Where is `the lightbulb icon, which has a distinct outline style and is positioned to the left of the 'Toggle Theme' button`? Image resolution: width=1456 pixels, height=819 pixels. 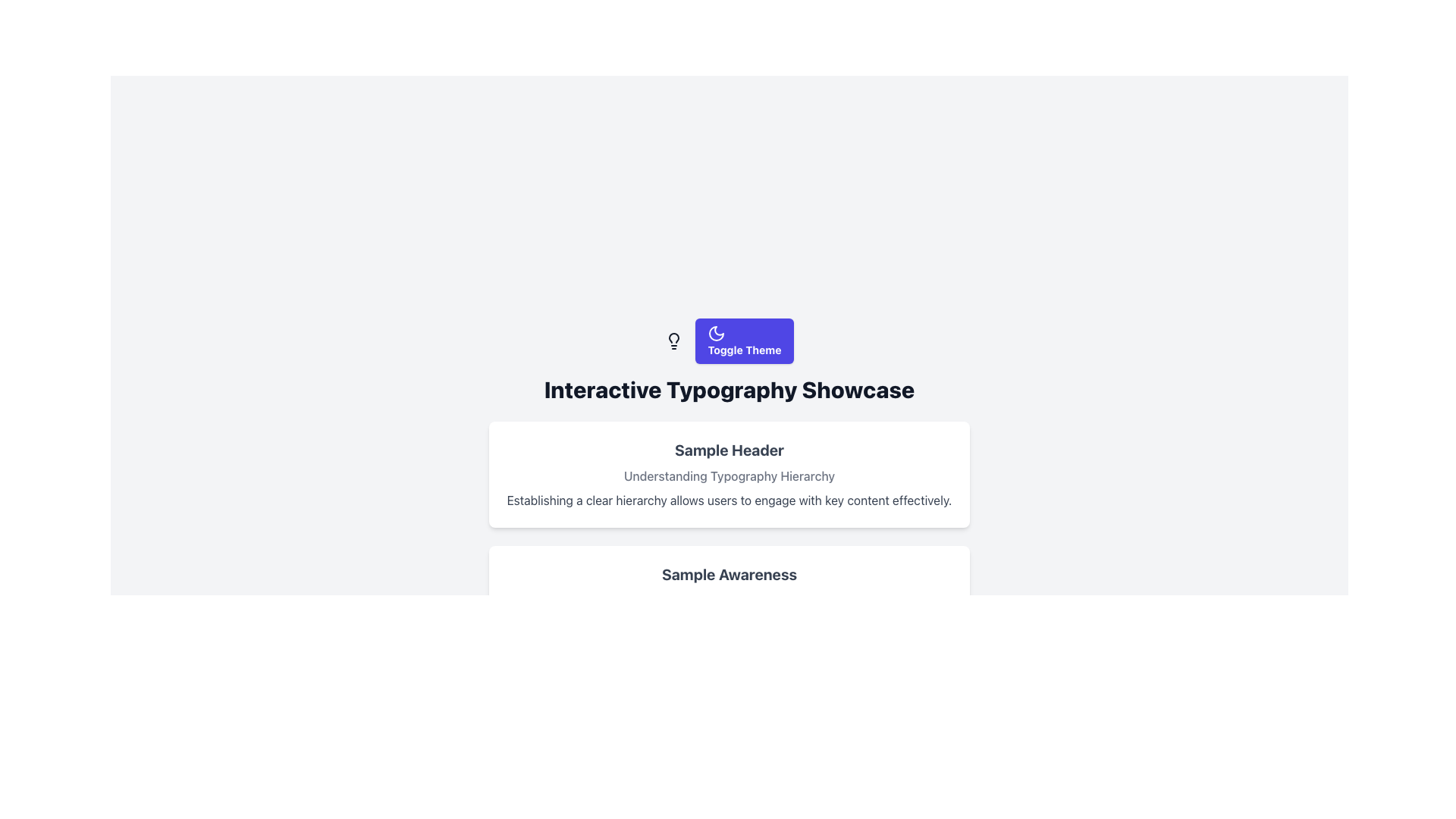 the lightbulb icon, which has a distinct outline style and is positioned to the left of the 'Toggle Theme' button is located at coordinates (673, 341).